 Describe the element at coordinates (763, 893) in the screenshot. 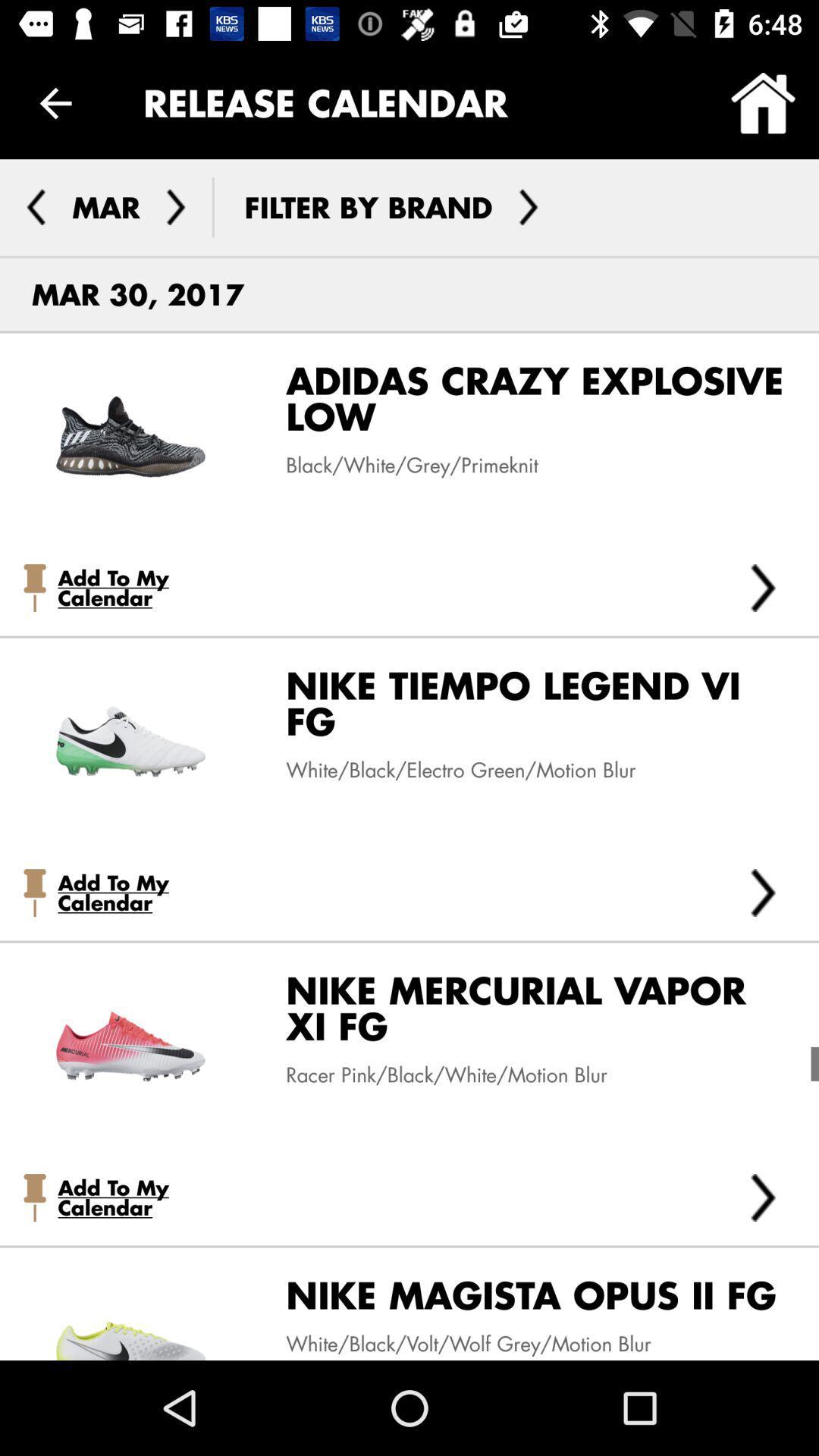

I see `the icon next to add to my item` at that location.